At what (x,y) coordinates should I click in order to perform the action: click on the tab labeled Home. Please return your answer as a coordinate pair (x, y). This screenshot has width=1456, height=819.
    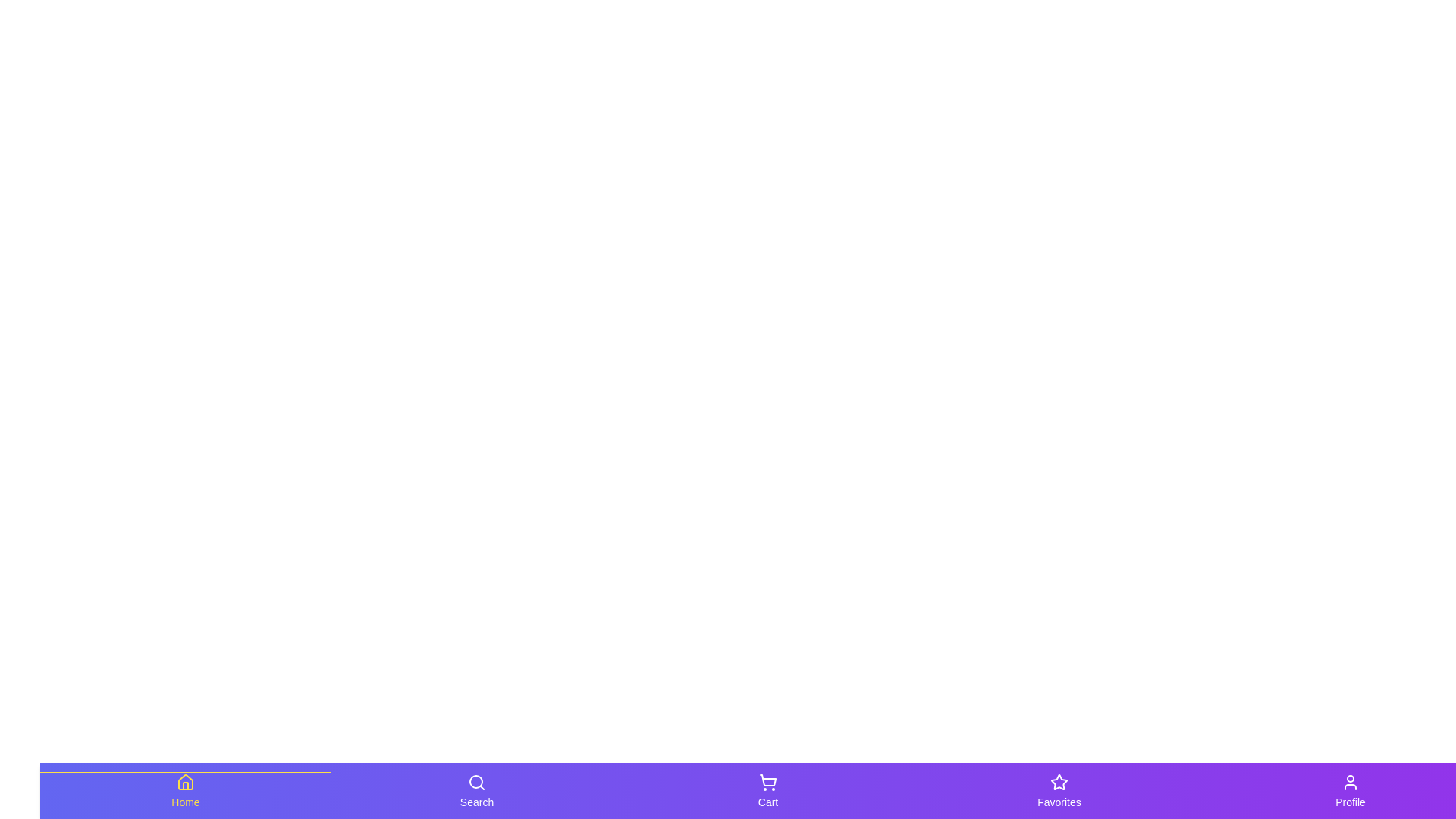
    Looking at the image, I should click on (184, 789).